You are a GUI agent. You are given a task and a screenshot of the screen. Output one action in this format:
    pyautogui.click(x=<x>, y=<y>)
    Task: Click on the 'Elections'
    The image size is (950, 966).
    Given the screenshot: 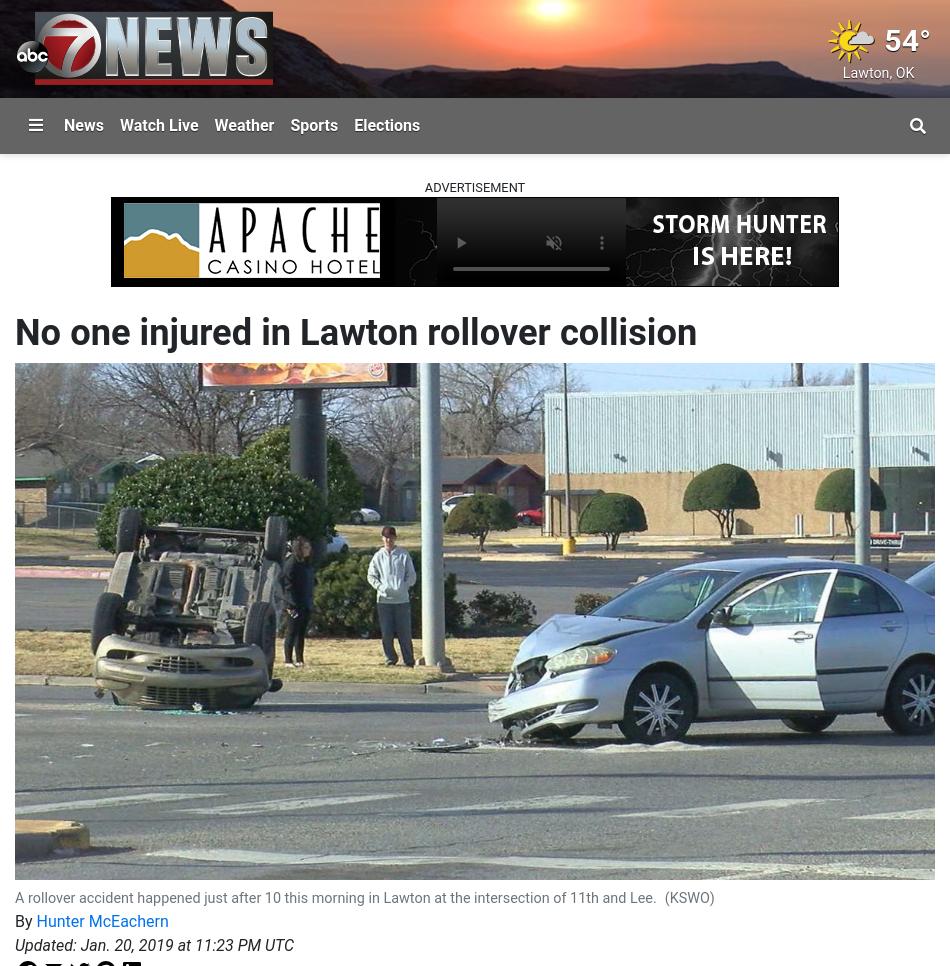 What is the action you would take?
    pyautogui.click(x=386, y=124)
    